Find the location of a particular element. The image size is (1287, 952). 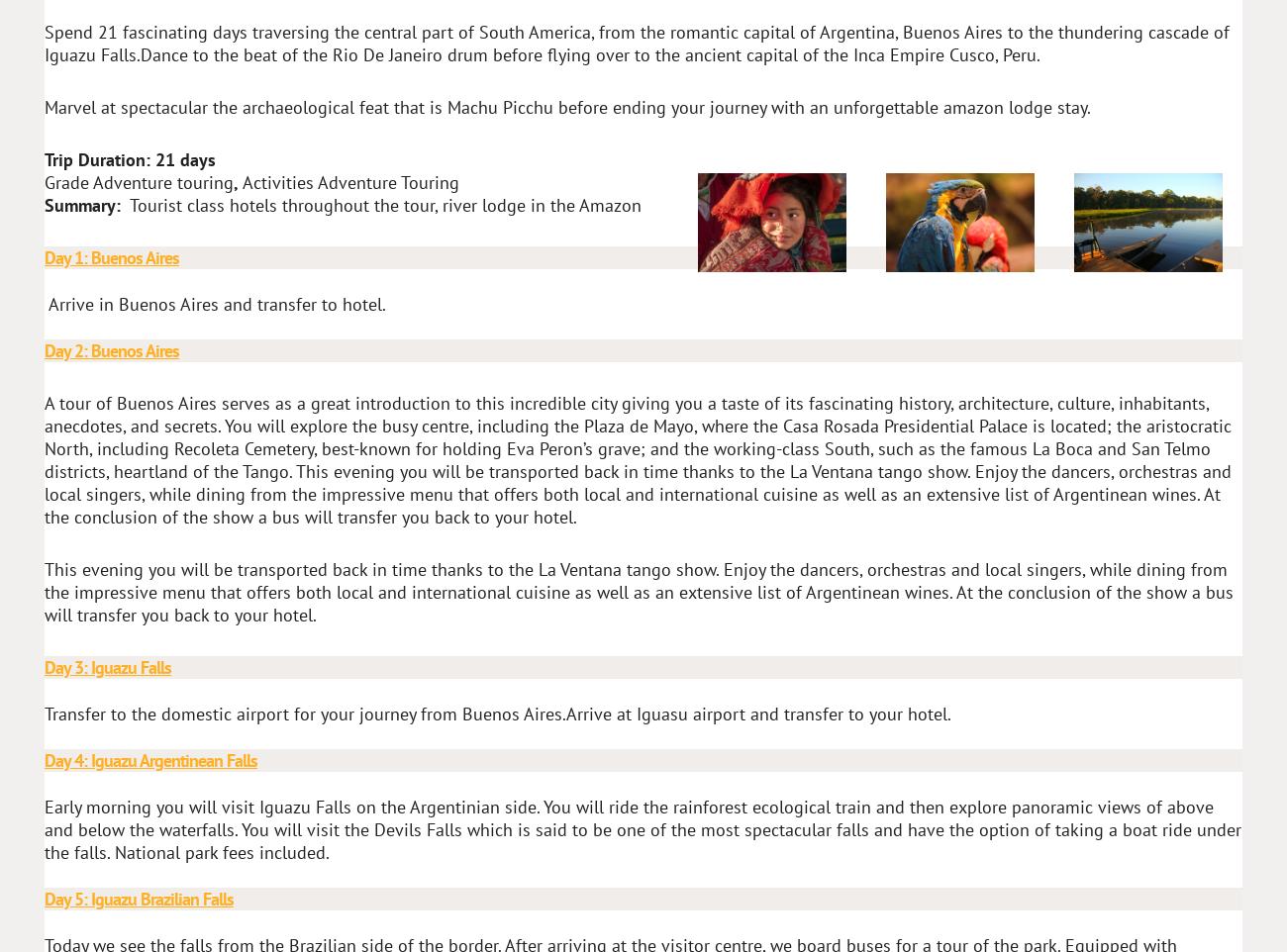

'A tour of Buenos Aires serves as a great introduction to this incredible city giving you a taste of its fascinating history, architecture, culture, inhabitants, anecdotes, and secrets. You will explore the busy centre, including the Plaza de Mayo, where the Casa Rosada Presidential Palace is located; the aristocratic North, including Recoleta Cemetery, best-known for holding Eva Peron’s grave; and the working-class South, such as the famous La Boca and San Telmo districts, heartland of the Tango. This evening you will be transported back in time thanks to the La Ventana tango show. Enjoy the dancers, orchestras and local singers, while dining from the impressive menu that offers both local and international cuisine as well as an extensive list of Argentinean wines. At the conclusion of the show a bus will transfer you back to your hotel.' is located at coordinates (43, 460).